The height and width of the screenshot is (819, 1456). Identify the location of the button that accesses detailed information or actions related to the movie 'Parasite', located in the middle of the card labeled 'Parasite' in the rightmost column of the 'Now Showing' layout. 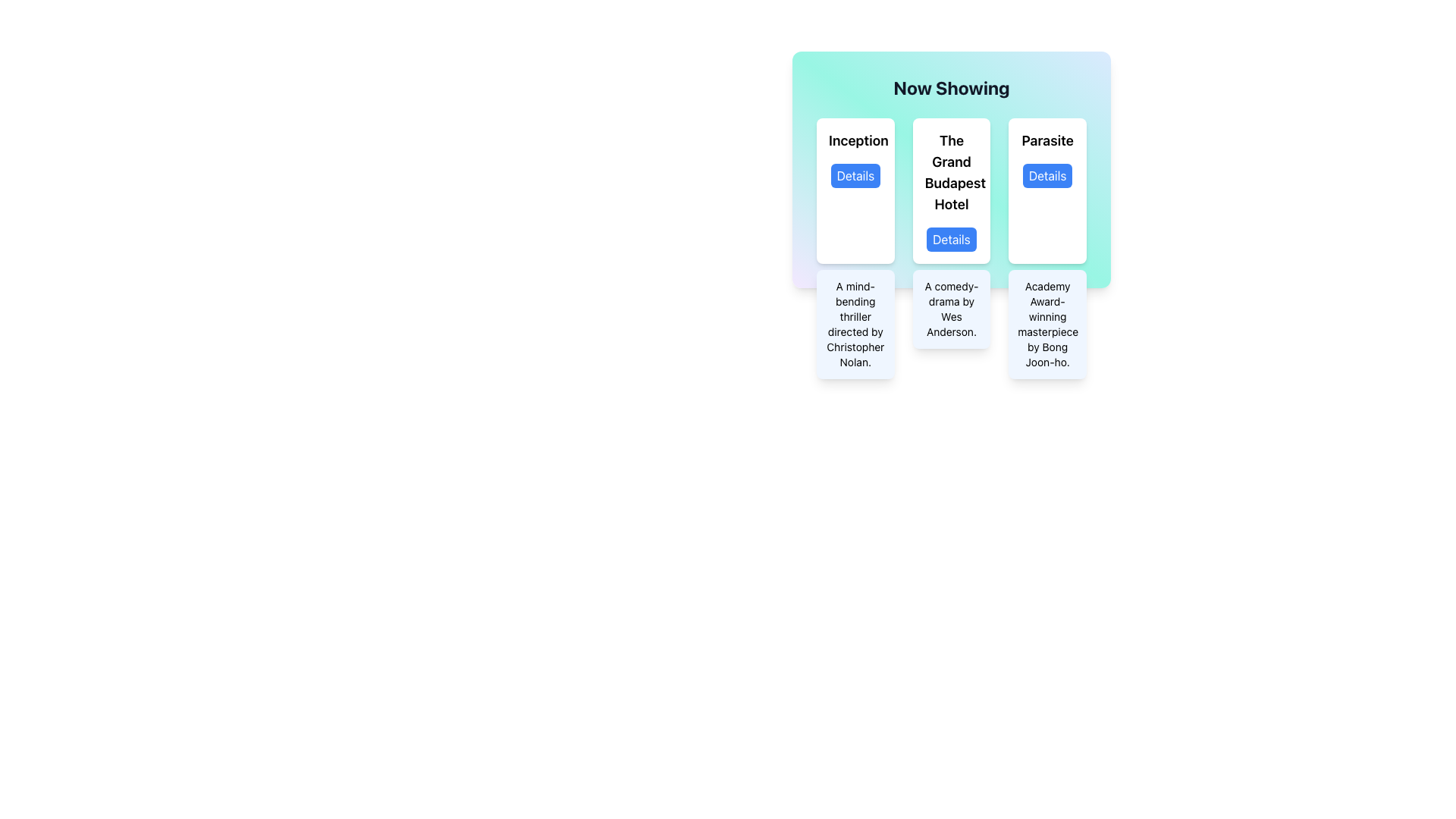
(1046, 174).